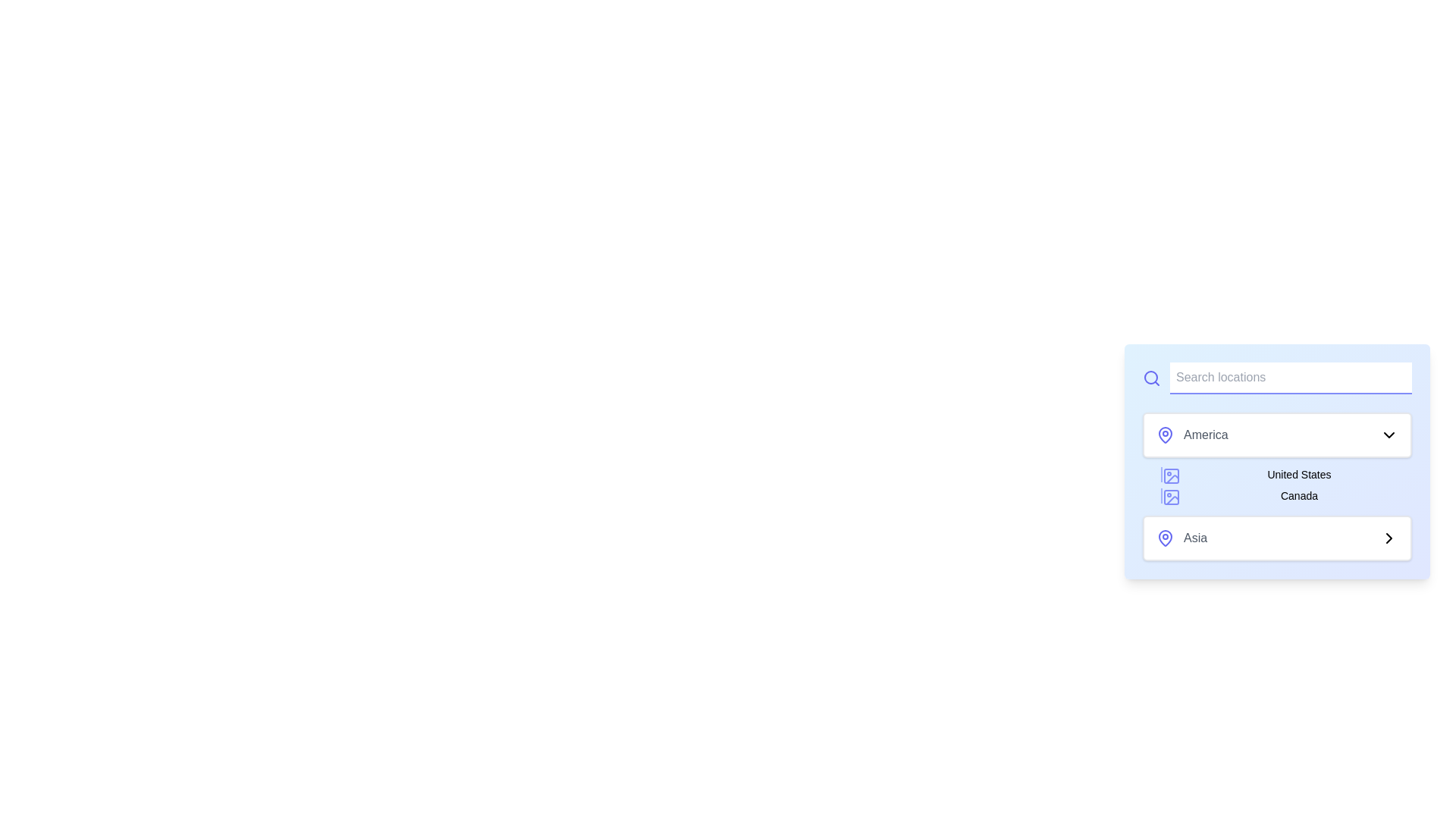  Describe the element at coordinates (1276, 485) in the screenshot. I see `the list item group displaying selectable options for countries under the 'America' section` at that location.